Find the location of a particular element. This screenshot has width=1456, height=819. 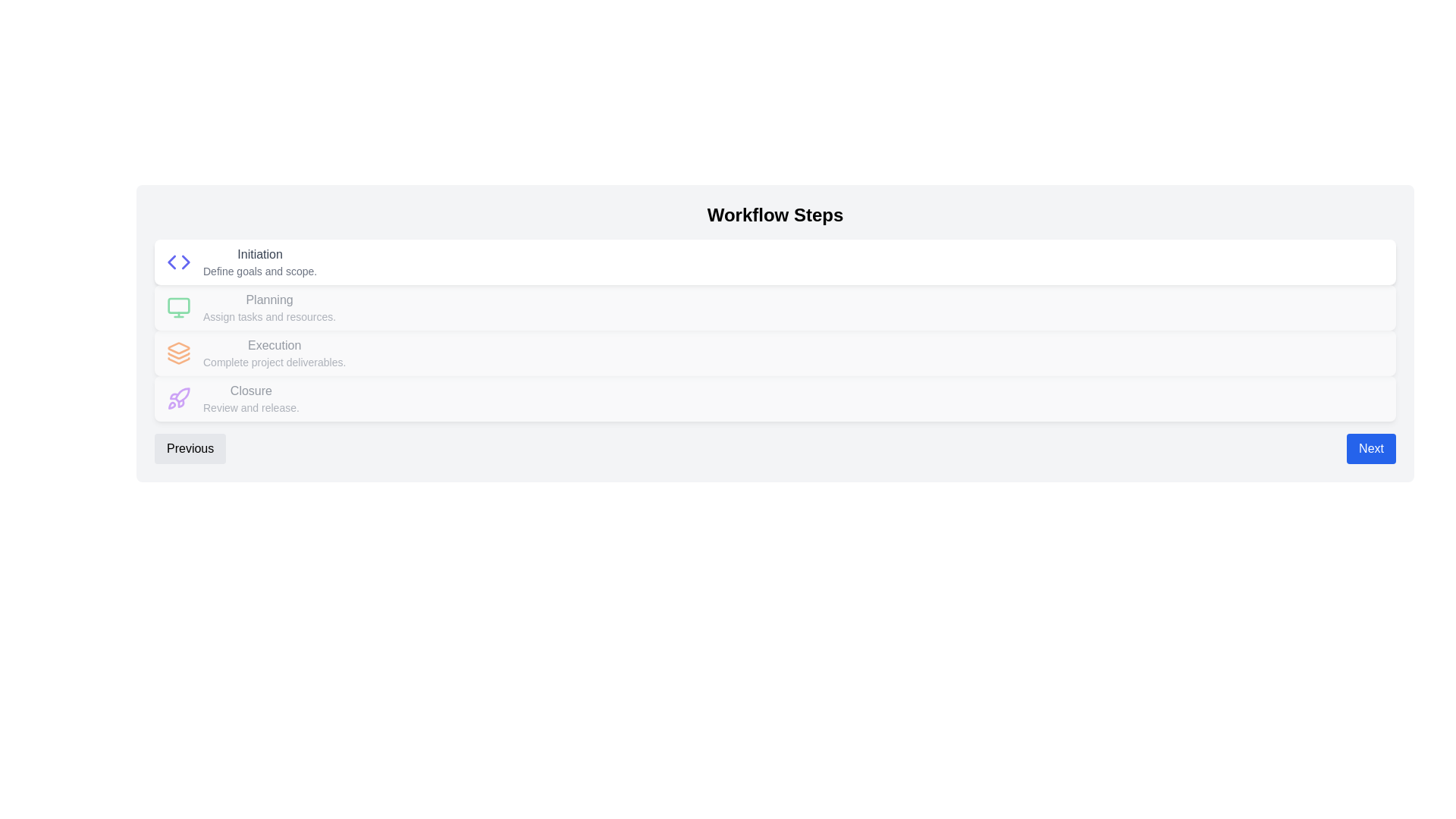

the descriptive text label located under the 'Execution' step in the workflow list is located at coordinates (275, 362).